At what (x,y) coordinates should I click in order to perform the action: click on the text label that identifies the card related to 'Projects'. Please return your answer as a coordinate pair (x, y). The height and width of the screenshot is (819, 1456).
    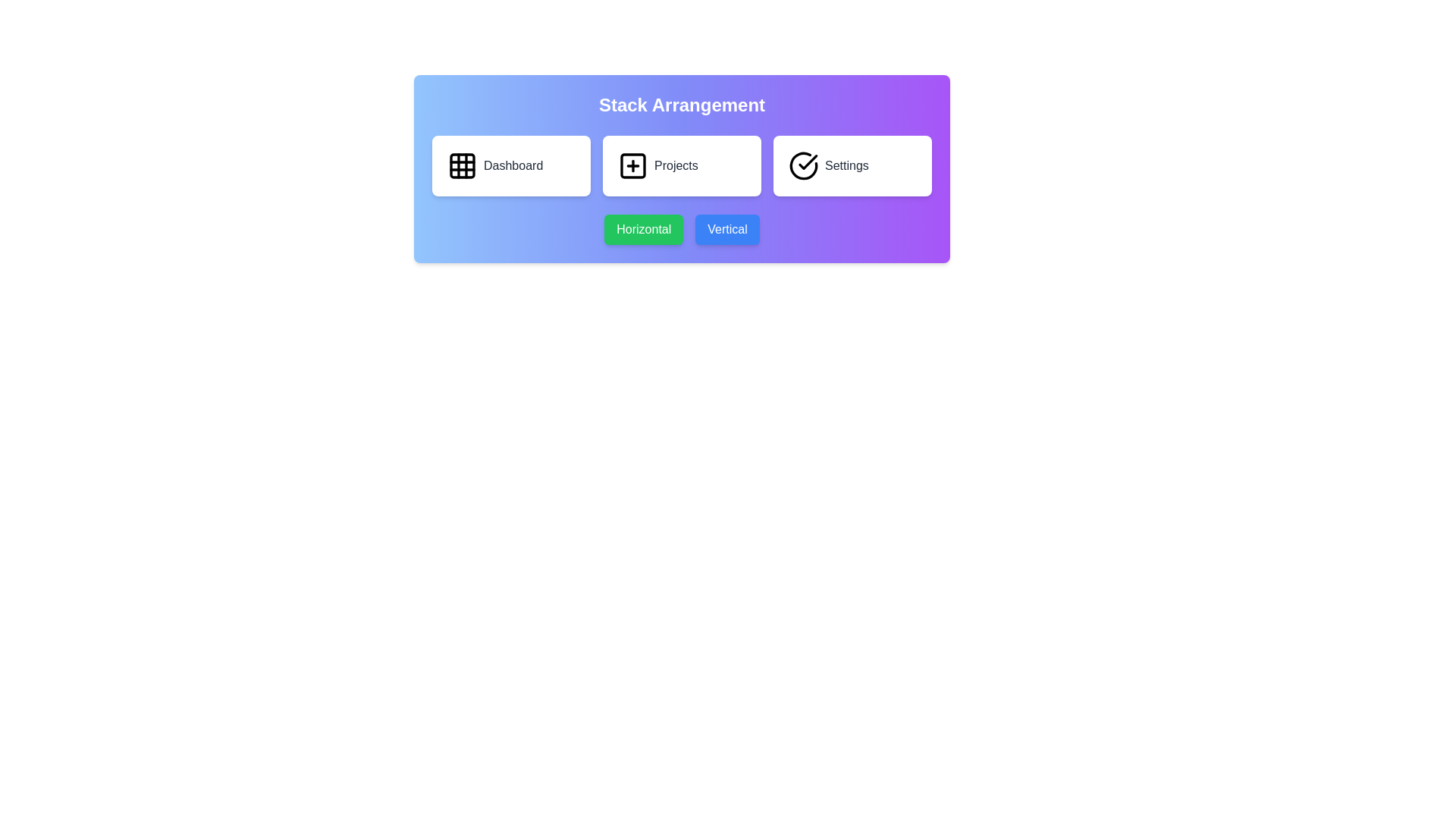
    Looking at the image, I should click on (675, 166).